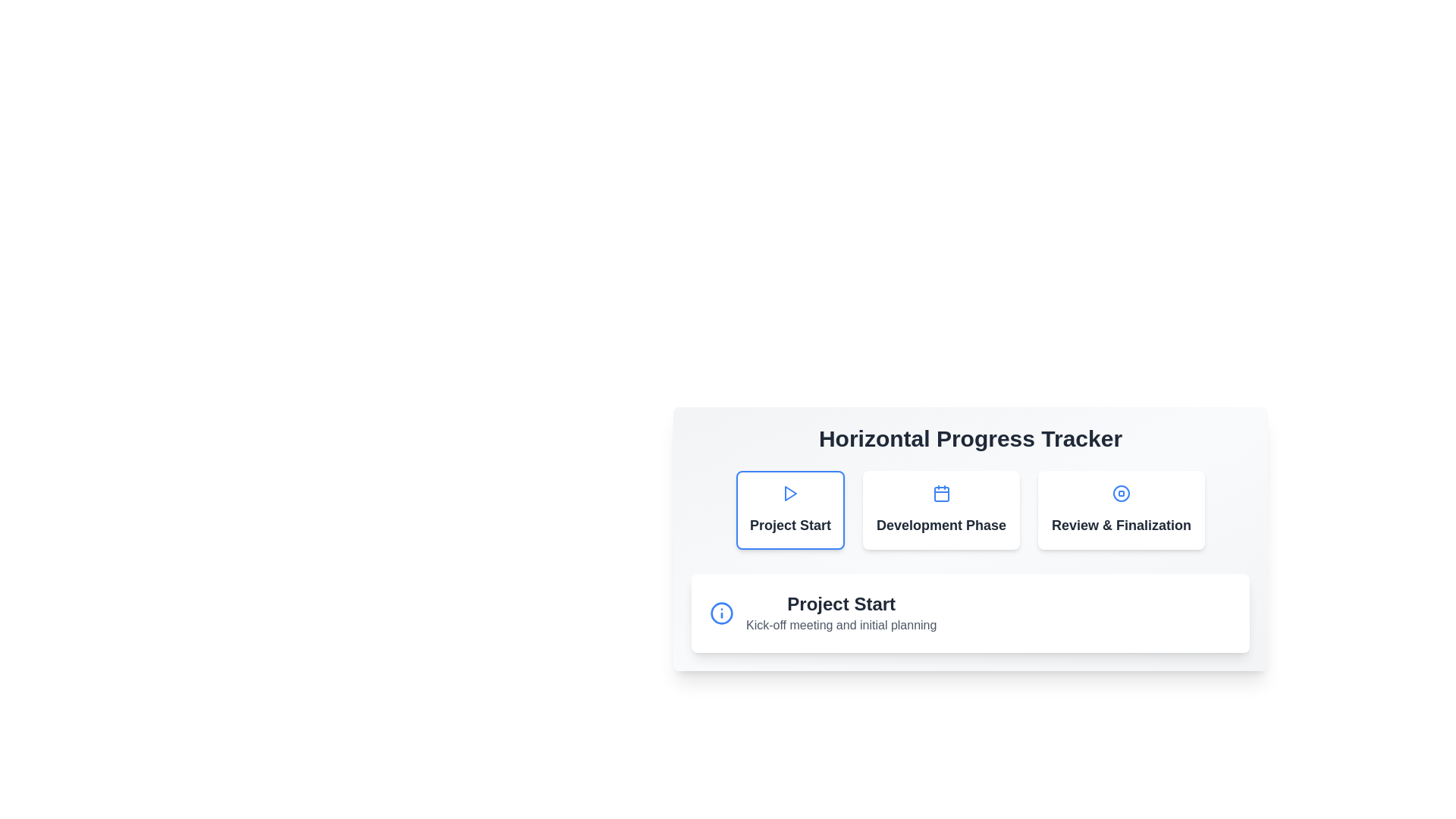  Describe the element at coordinates (720, 613) in the screenshot. I see `the circular vector graphic component with a blue outline located in the top left of the project tracking card` at that location.